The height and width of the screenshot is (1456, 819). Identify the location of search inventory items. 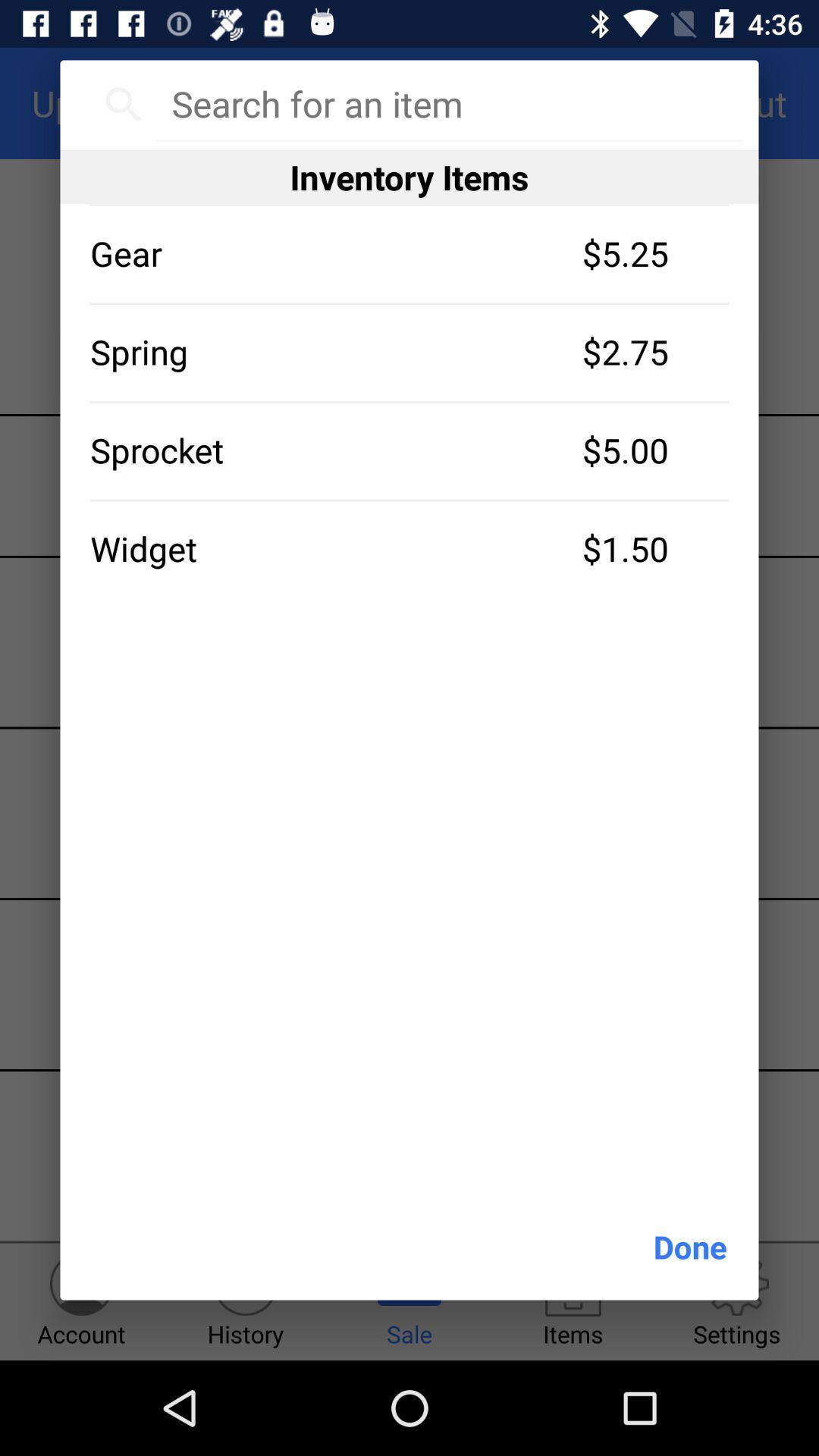
(448, 103).